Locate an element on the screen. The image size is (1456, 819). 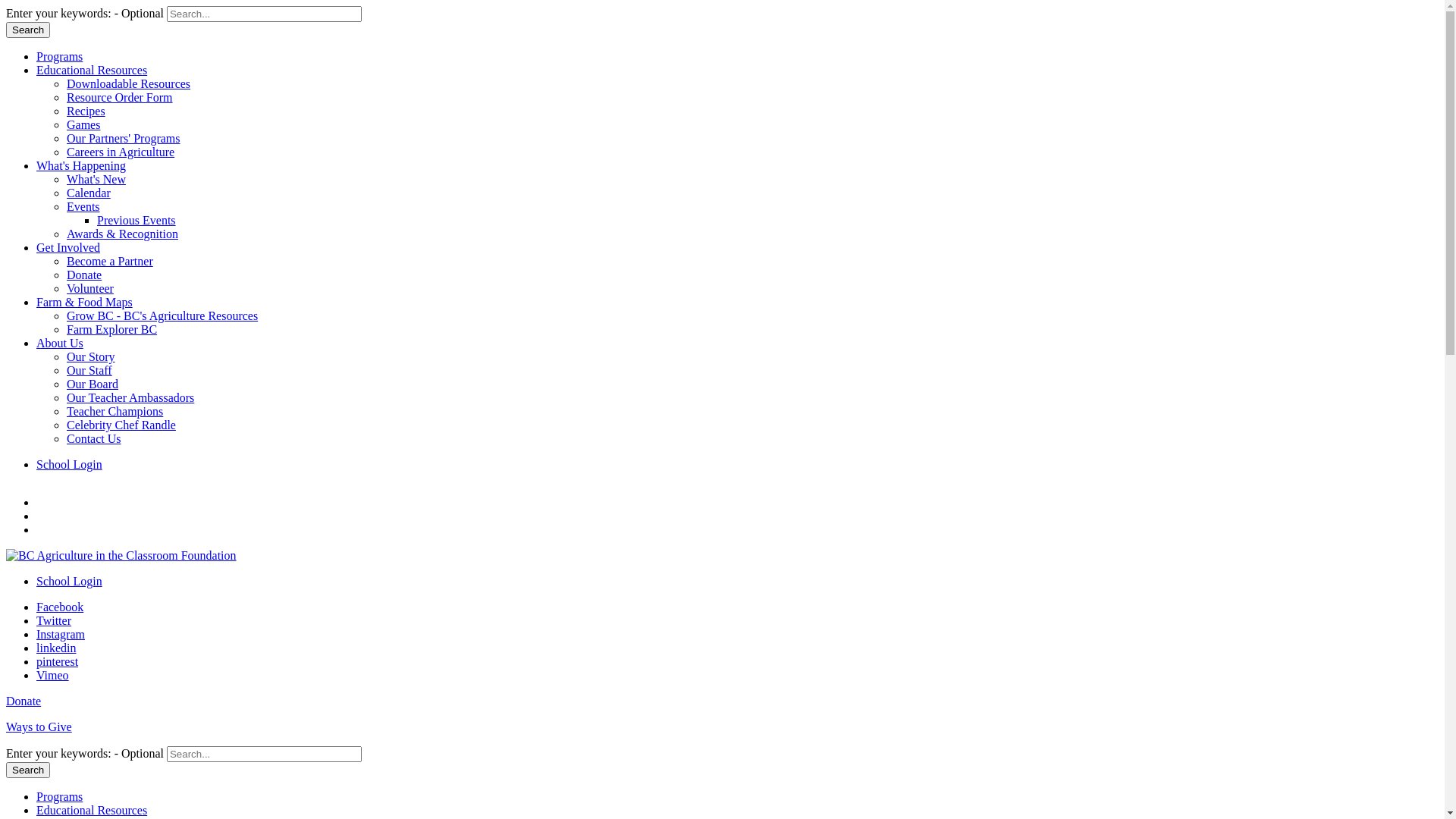
'Resource Order Form' is located at coordinates (65, 97).